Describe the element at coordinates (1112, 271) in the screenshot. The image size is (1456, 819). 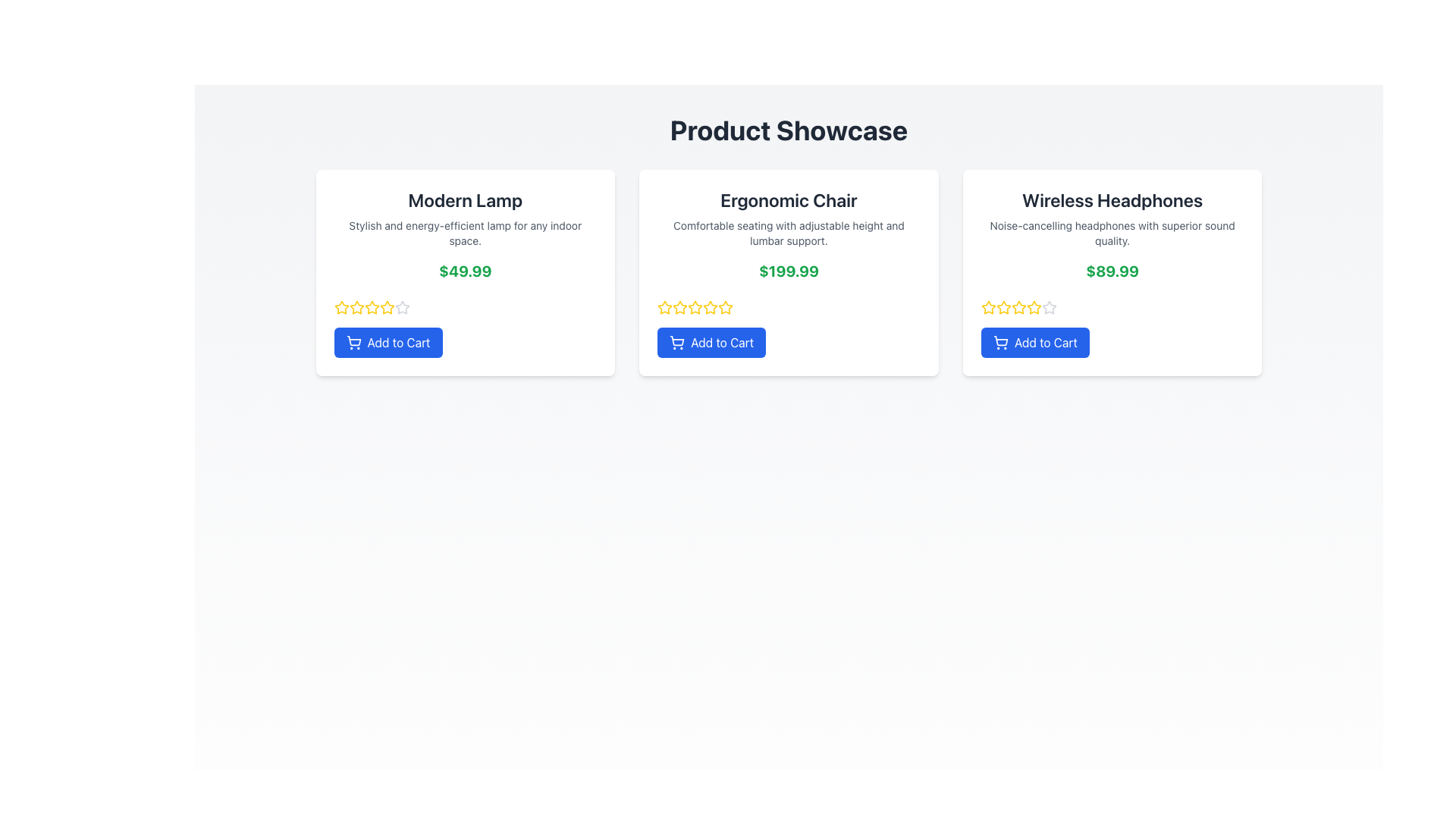
I see `the Text Label displaying the price of the product 'Wireless Headphones' located at the center of the bottom half of its card` at that location.